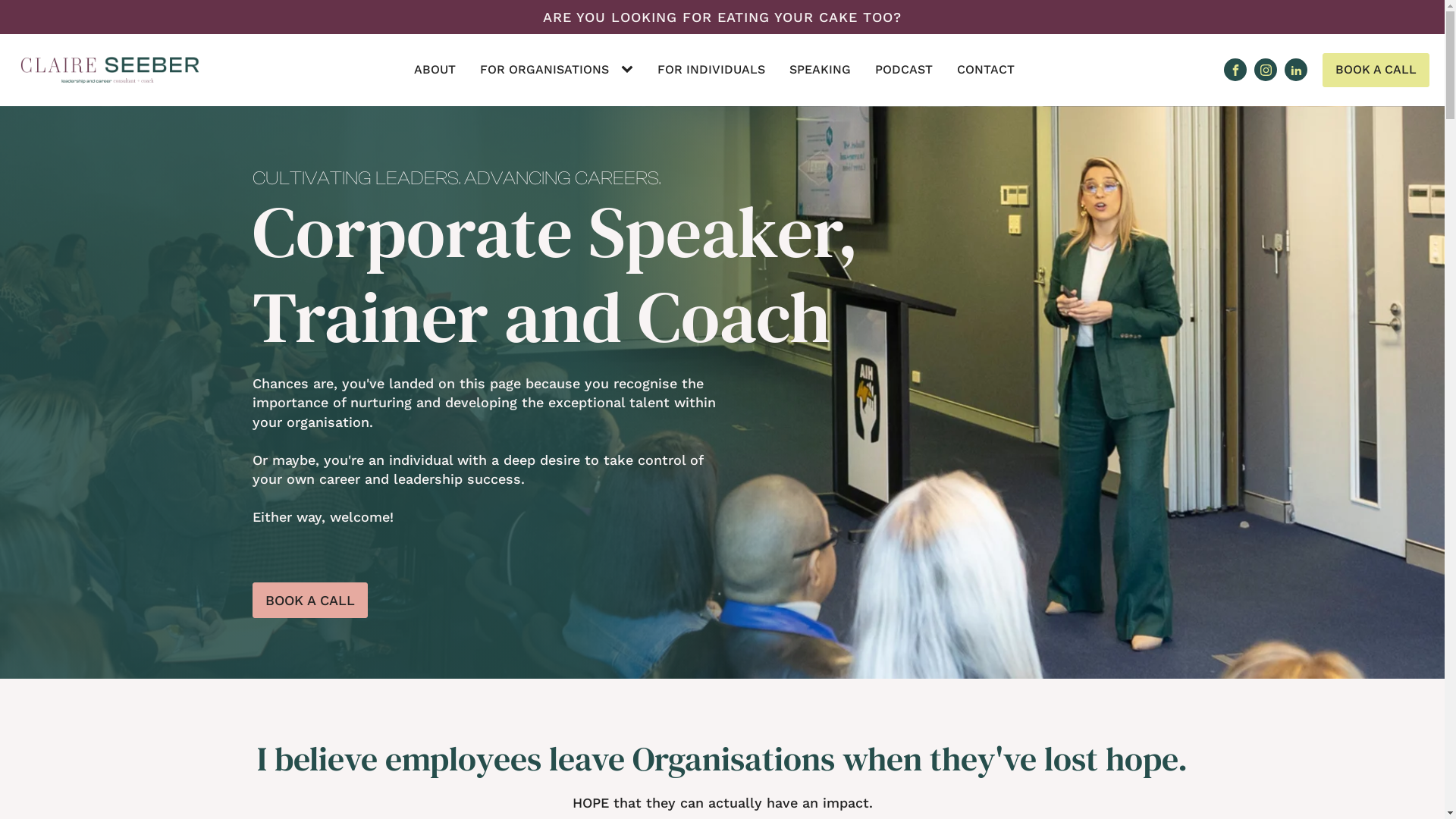 The image size is (1456, 819). Describe the element at coordinates (434, 70) in the screenshot. I see `'ABOUT'` at that location.